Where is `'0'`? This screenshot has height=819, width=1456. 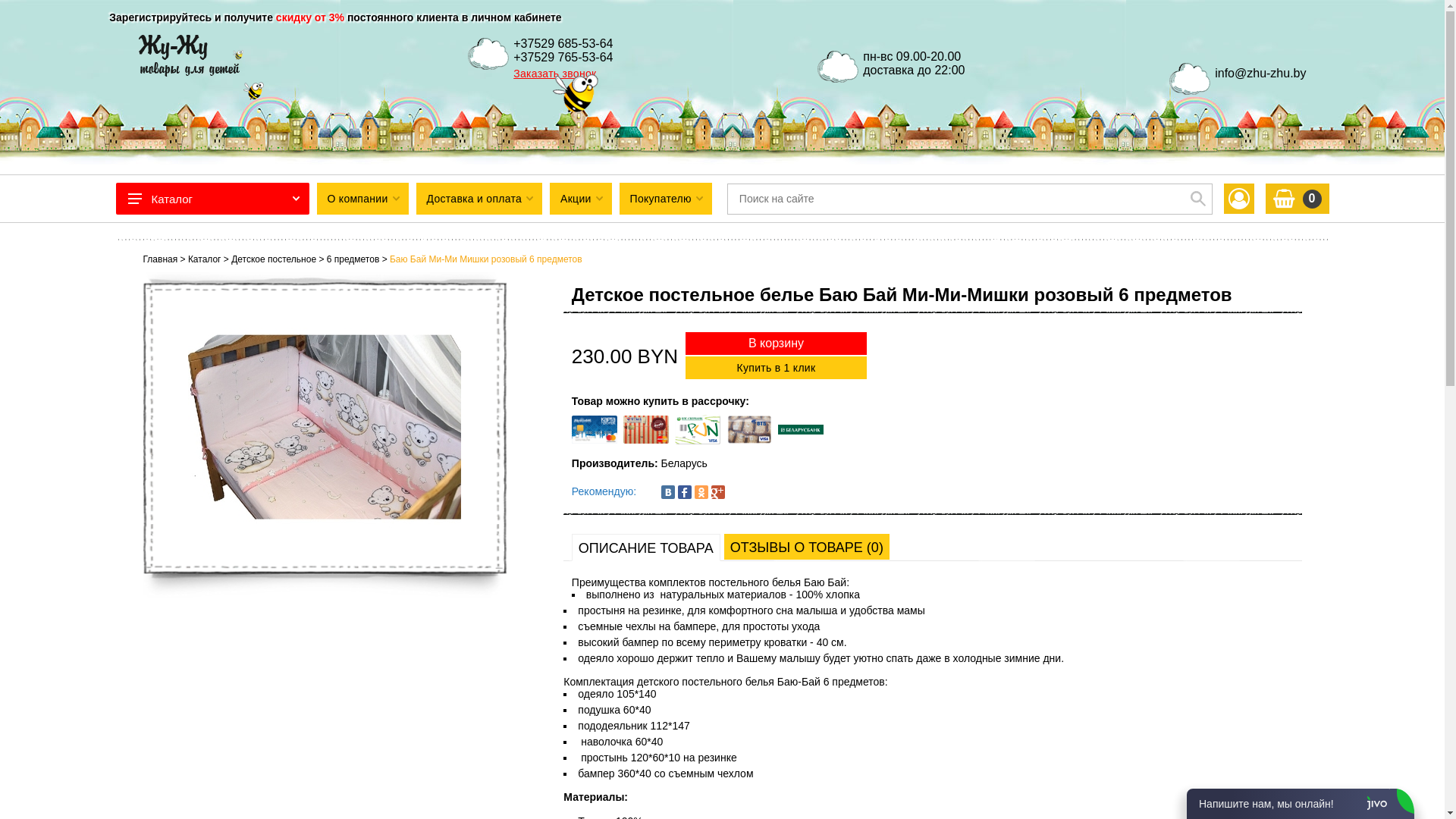
'0' is located at coordinates (1265, 198).